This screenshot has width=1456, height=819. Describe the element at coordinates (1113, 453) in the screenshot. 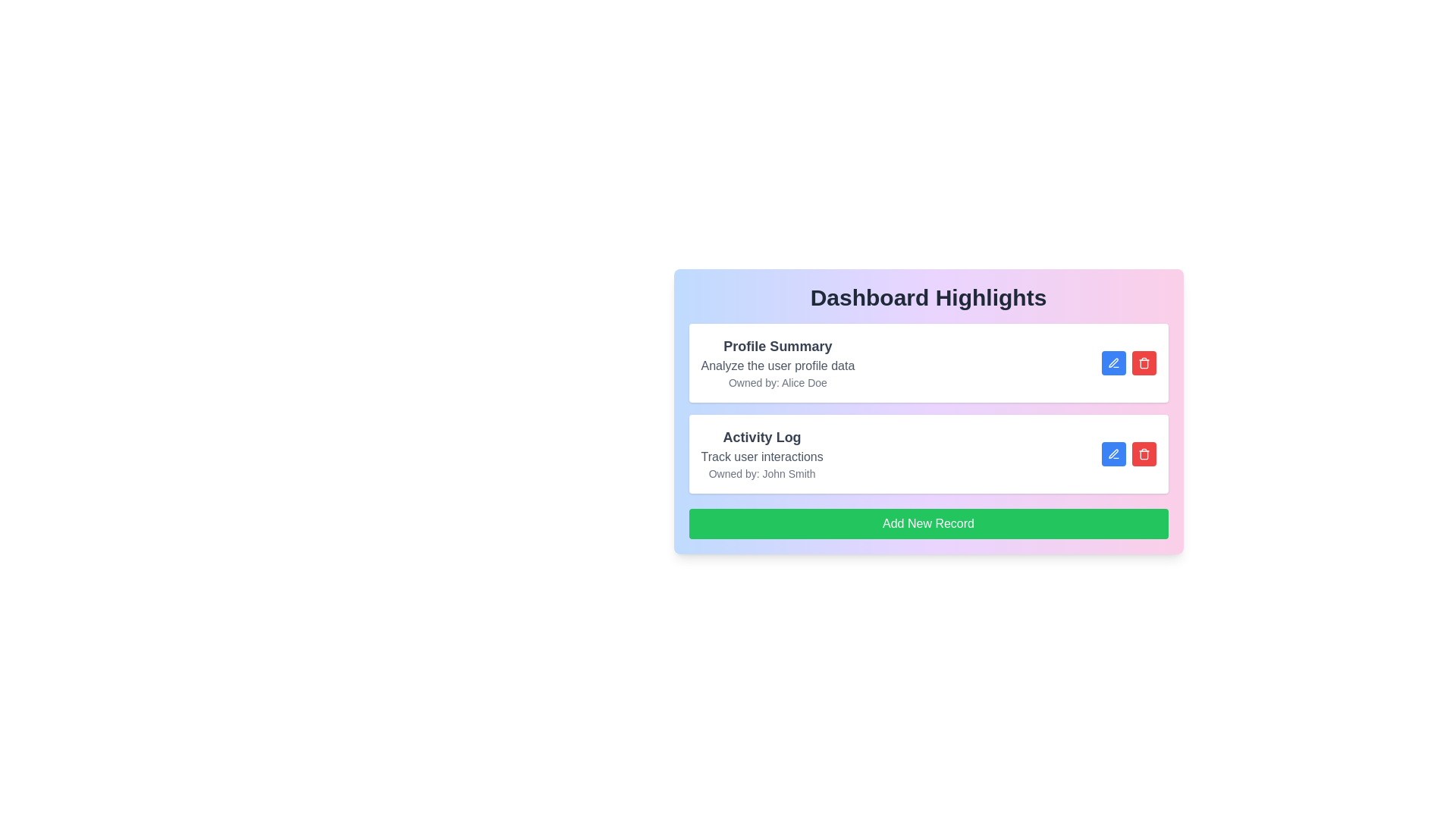

I see `the pen icon in the 'Activity Log' panel` at that location.